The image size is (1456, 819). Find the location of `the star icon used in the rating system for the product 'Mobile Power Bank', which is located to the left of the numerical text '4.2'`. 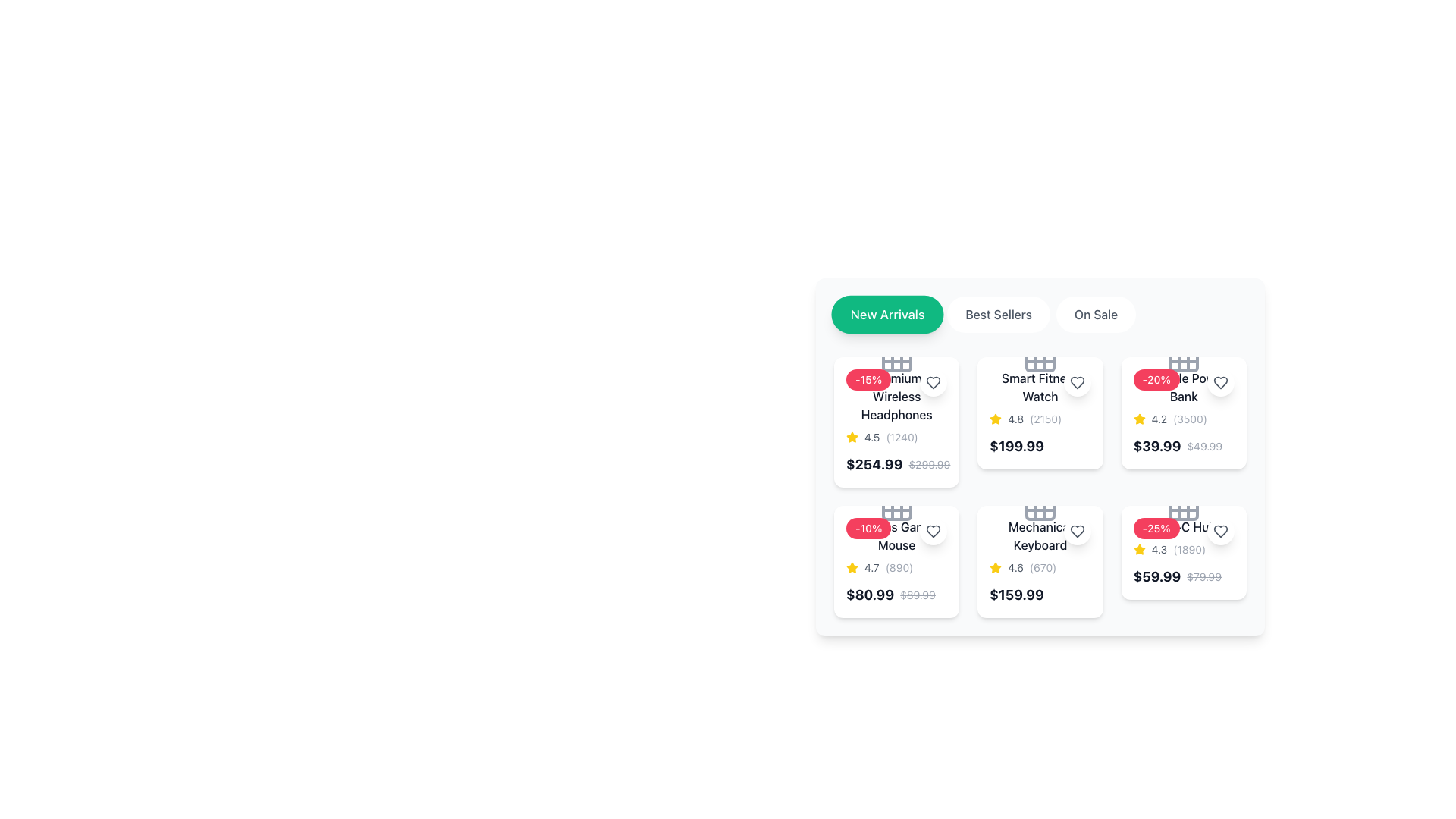

the star icon used in the rating system for the product 'Mobile Power Bank', which is located to the left of the numerical text '4.2' is located at coordinates (1139, 419).